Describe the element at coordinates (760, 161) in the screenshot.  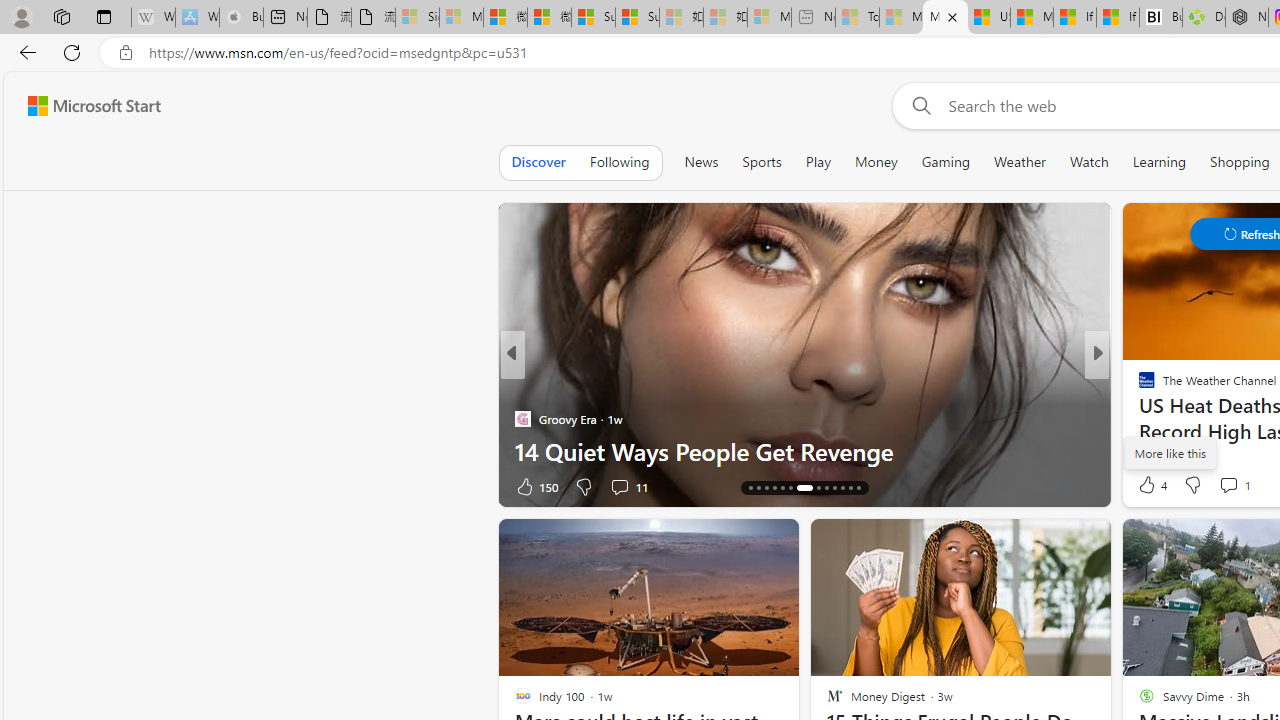
I see `'Sports'` at that location.